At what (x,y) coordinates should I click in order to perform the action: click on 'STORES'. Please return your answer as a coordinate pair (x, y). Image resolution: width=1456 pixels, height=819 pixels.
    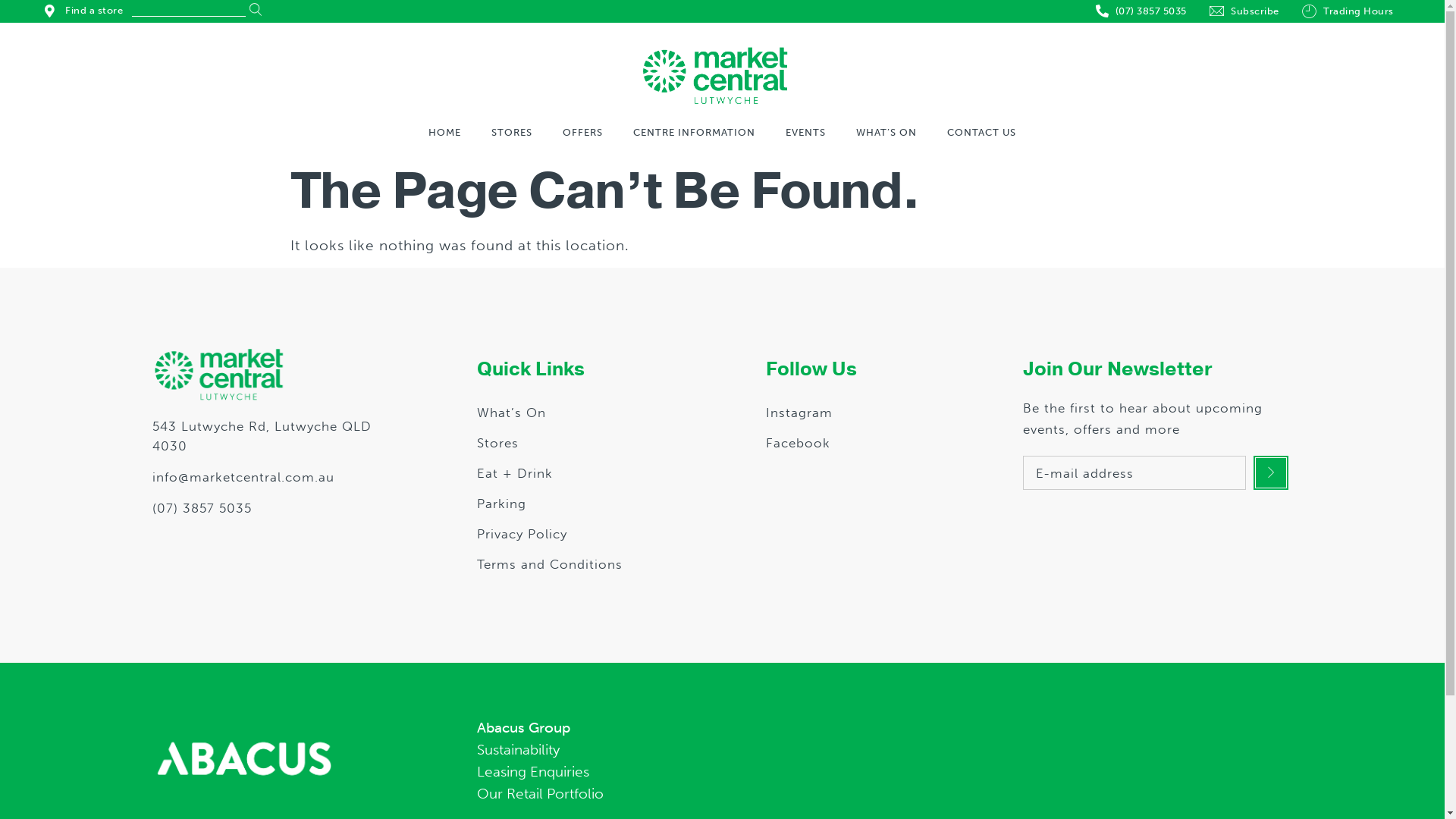
    Looking at the image, I should click on (512, 131).